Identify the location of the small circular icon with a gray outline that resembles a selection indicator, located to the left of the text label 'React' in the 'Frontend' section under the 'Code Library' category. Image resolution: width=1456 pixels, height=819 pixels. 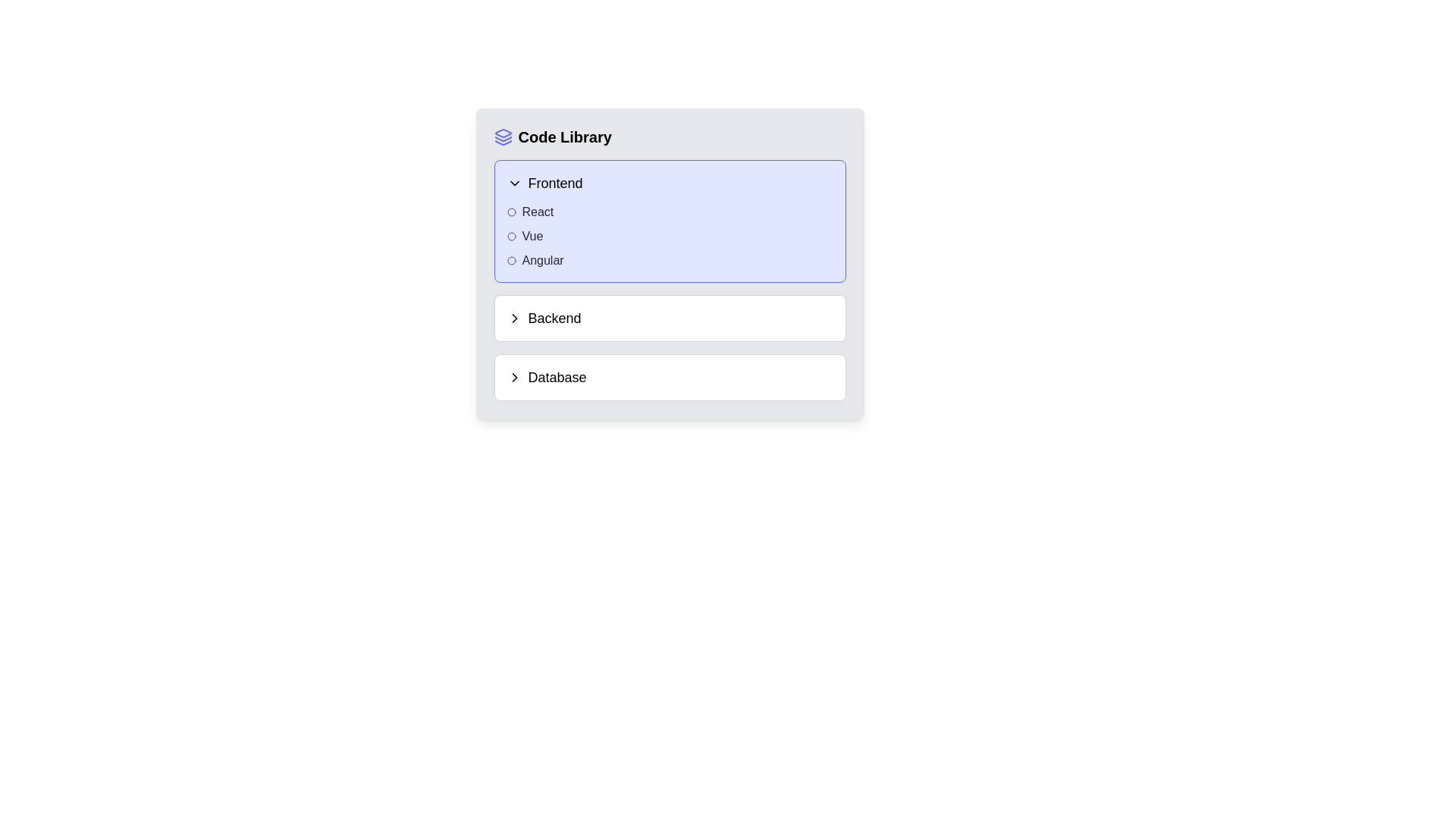
(511, 212).